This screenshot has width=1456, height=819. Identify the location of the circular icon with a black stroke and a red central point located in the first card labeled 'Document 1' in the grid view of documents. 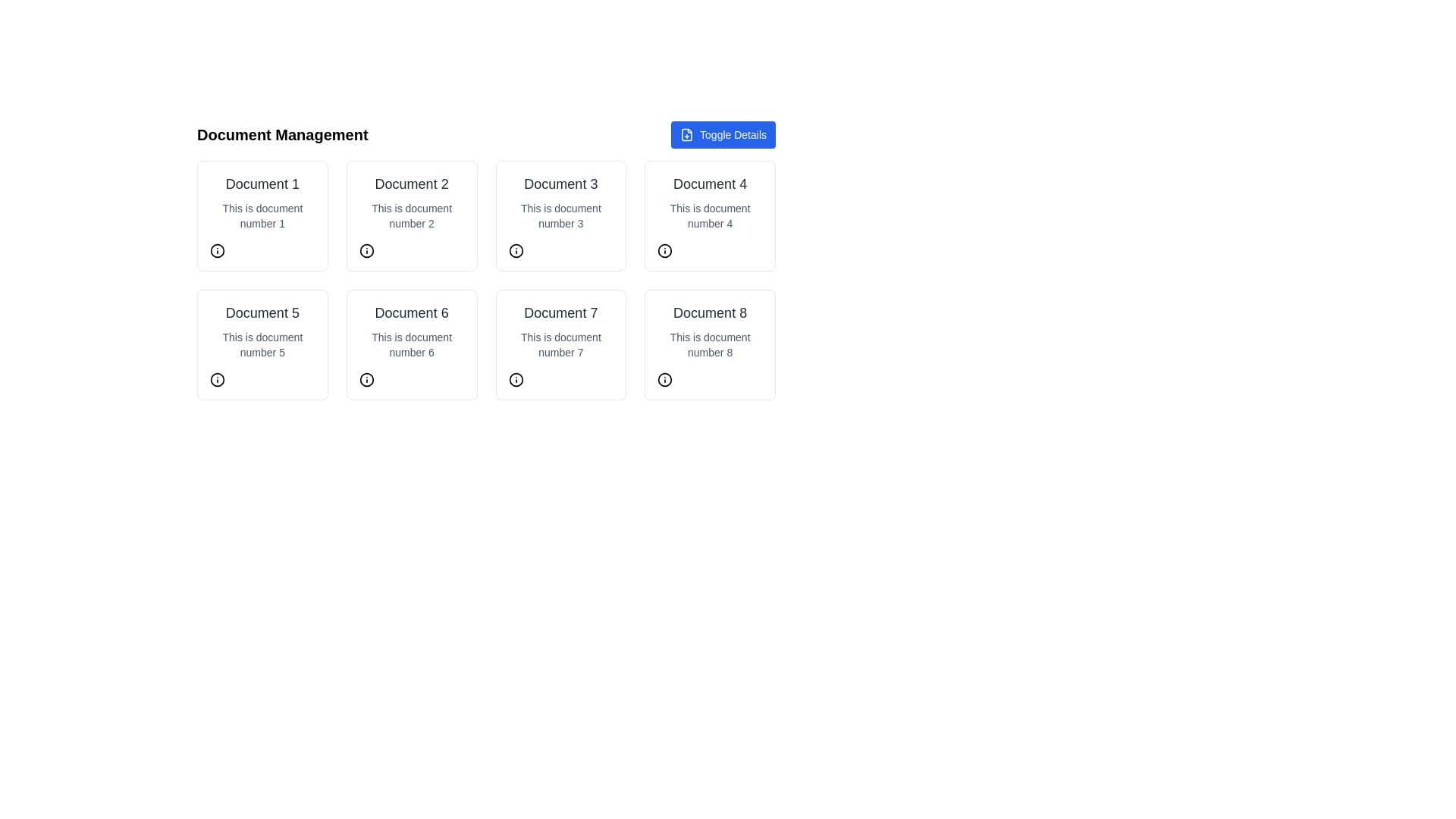
(217, 250).